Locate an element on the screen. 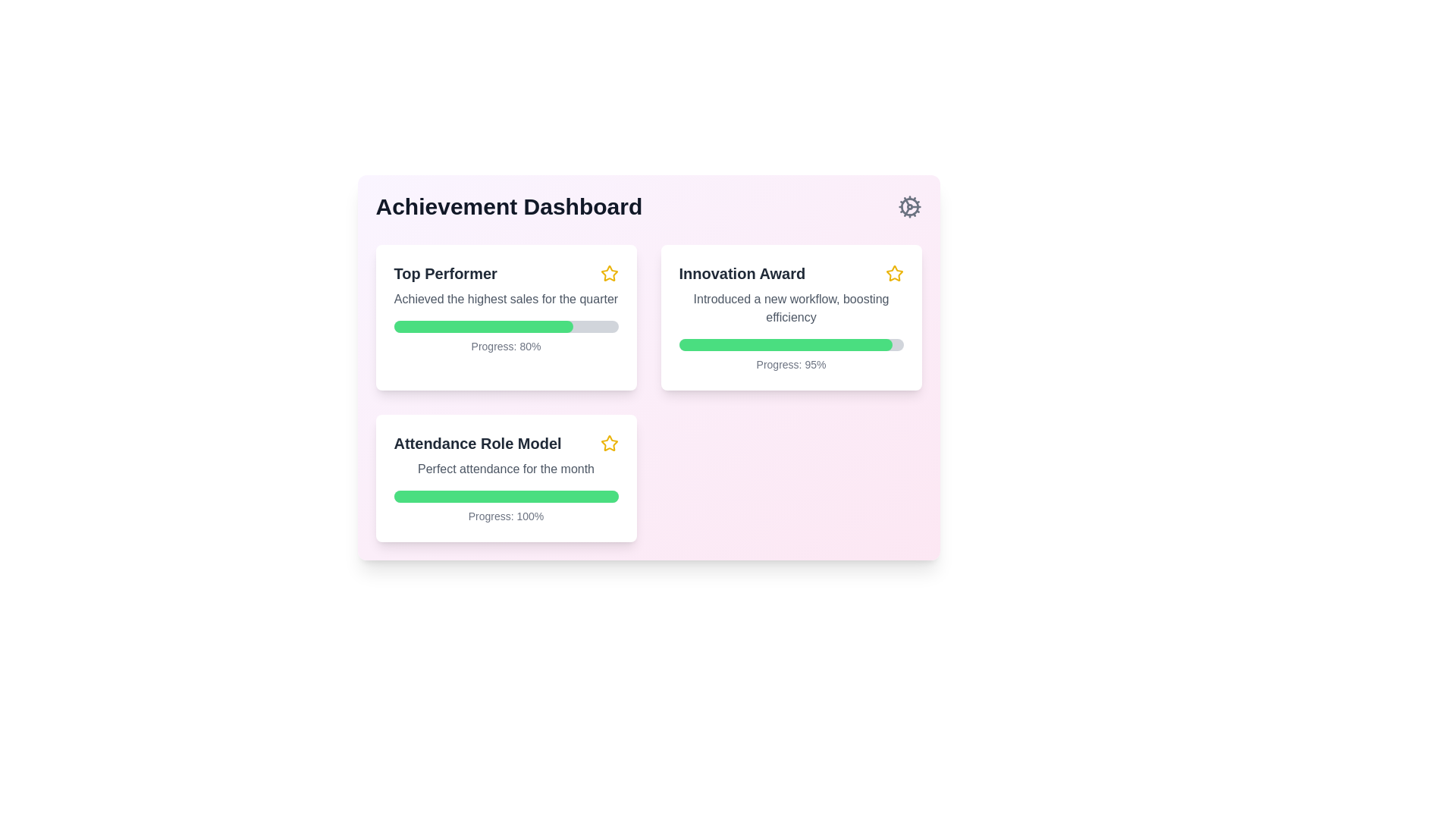  the Progress Bar located within the 'Attendance Role Model' card, which visually indicates a completion status of 100% is located at coordinates (506, 497).